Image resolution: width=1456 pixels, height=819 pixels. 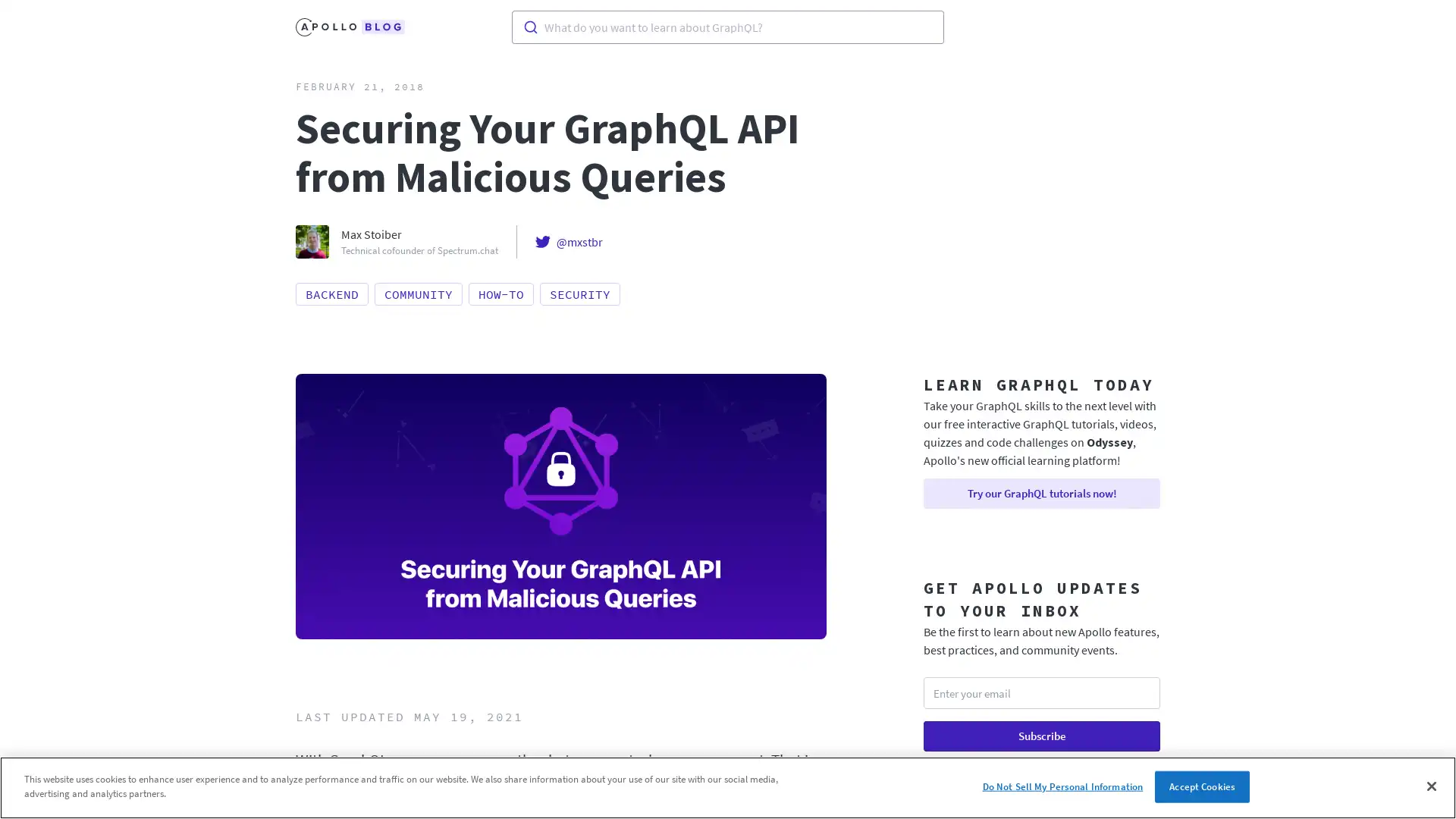 What do you see at coordinates (728, 27) in the screenshot?
I see `What do you want to learn about GraphQL?` at bounding box center [728, 27].